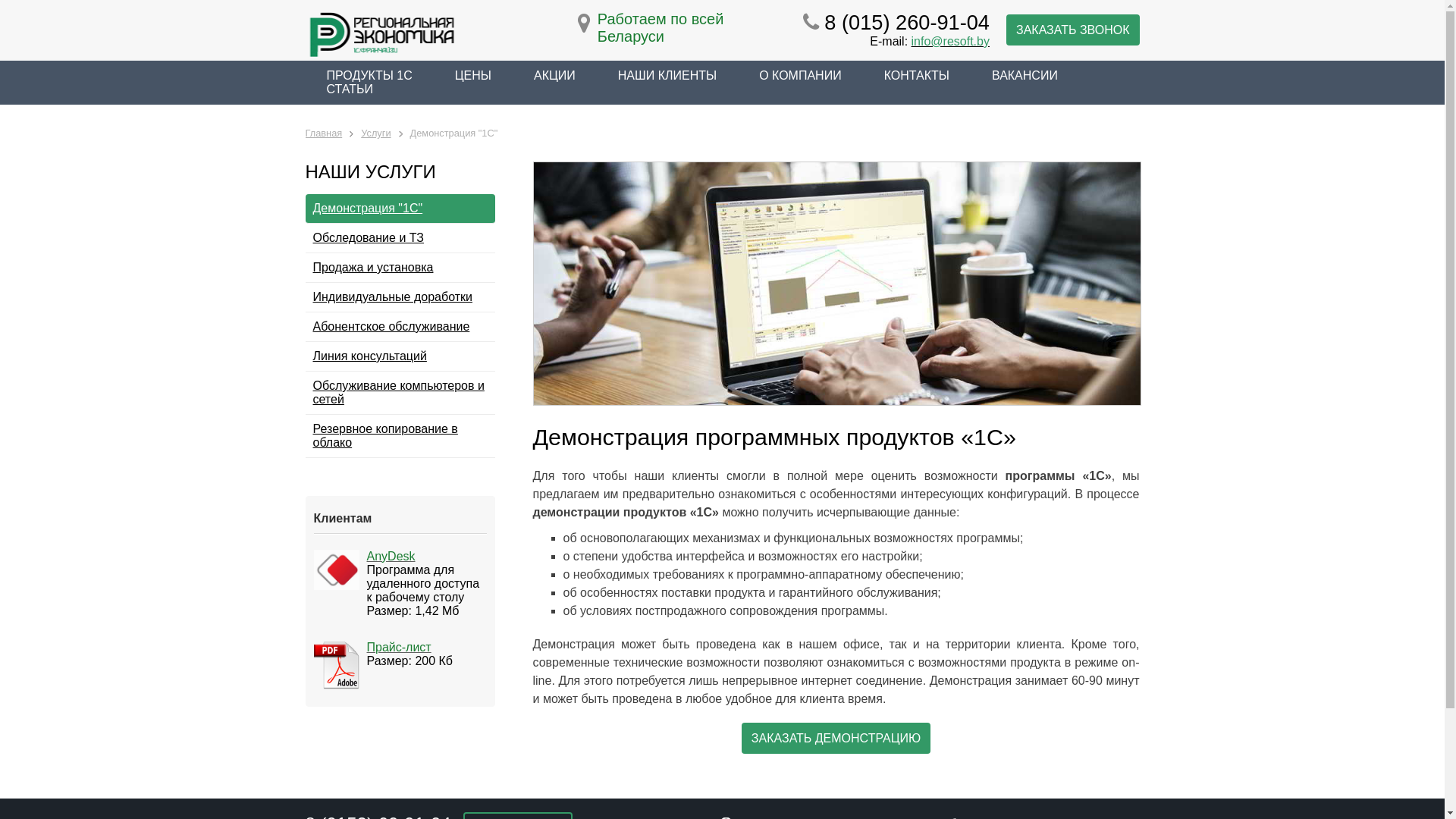 The image size is (1456, 819). What do you see at coordinates (949, 40) in the screenshot?
I see `'info@resoft.by'` at bounding box center [949, 40].